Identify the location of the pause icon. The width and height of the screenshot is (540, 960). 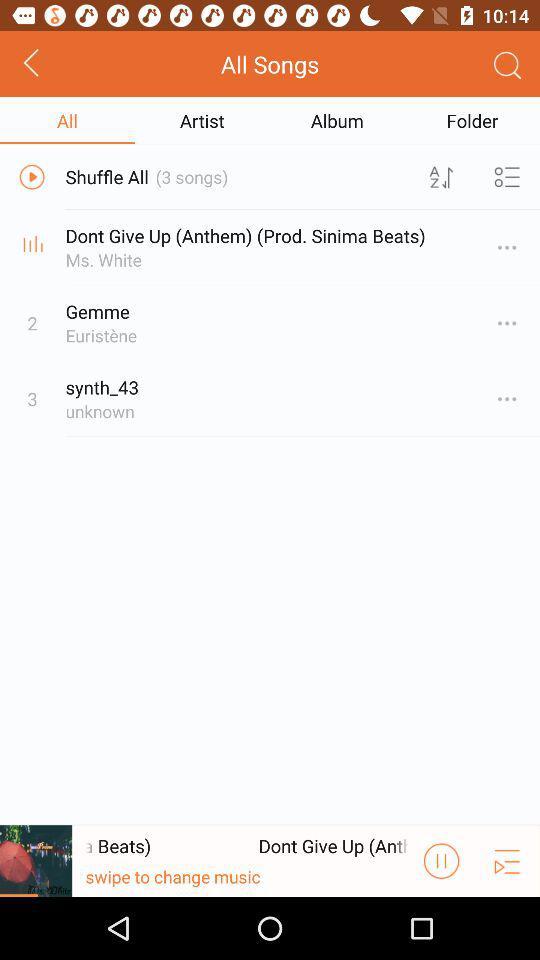
(441, 921).